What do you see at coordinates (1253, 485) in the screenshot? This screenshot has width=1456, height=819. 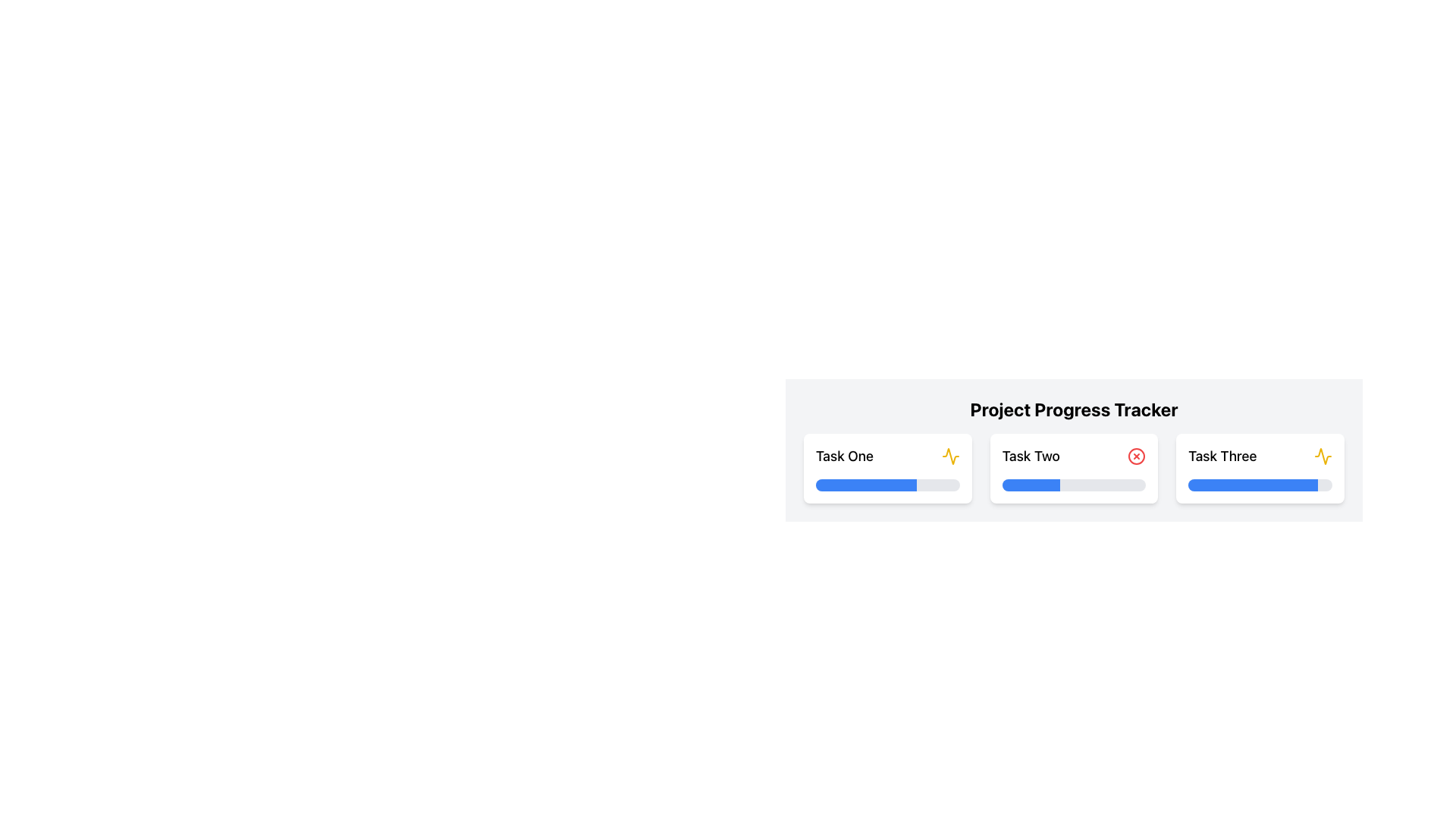 I see `the blue horizontal progress bar that is filled approximately 90% and located under the label 'Task Three' in the progress tracker layout` at bounding box center [1253, 485].